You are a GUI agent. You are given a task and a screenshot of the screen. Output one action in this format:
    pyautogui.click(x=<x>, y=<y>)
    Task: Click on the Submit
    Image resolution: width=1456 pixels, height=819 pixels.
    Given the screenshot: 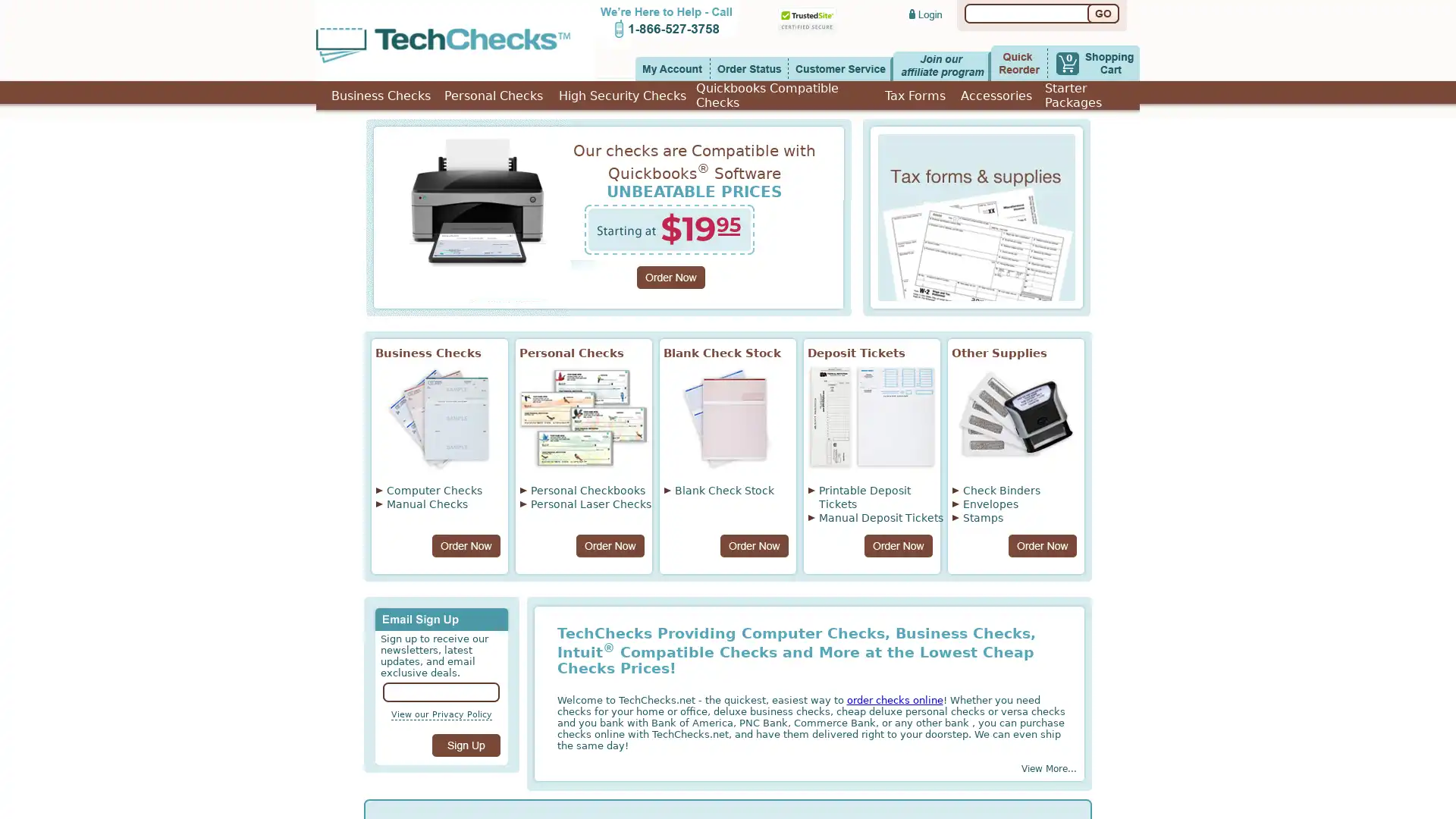 What is the action you would take?
    pyautogui.click(x=465, y=745)
    